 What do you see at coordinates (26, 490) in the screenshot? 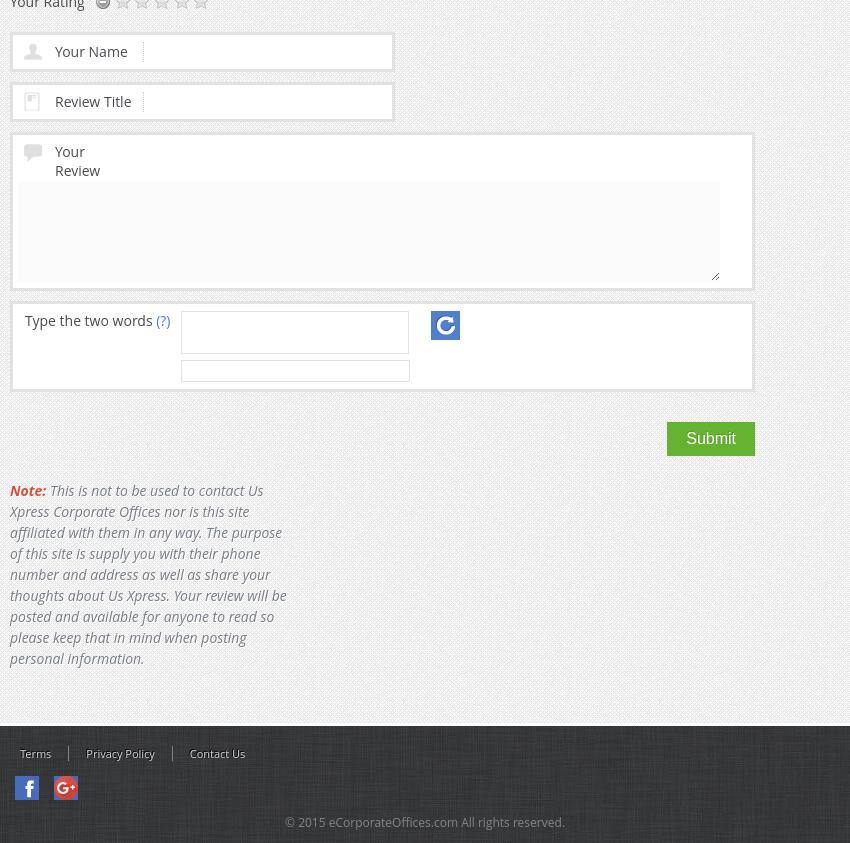
I see `'Note:'` at bounding box center [26, 490].